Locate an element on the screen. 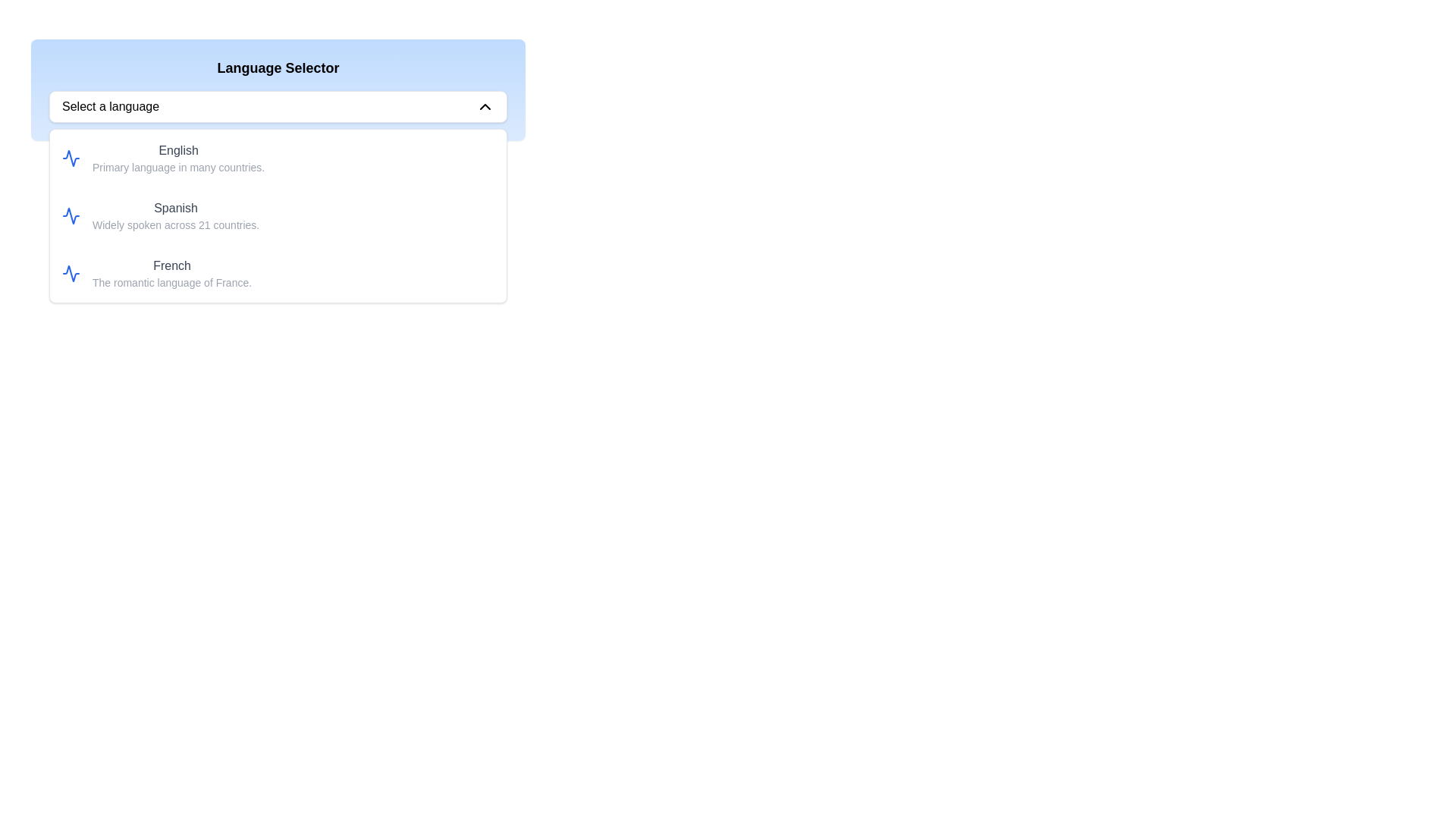 This screenshot has width=1456, height=819. the selectable list item labeled 'English' is located at coordinates (278, 158).